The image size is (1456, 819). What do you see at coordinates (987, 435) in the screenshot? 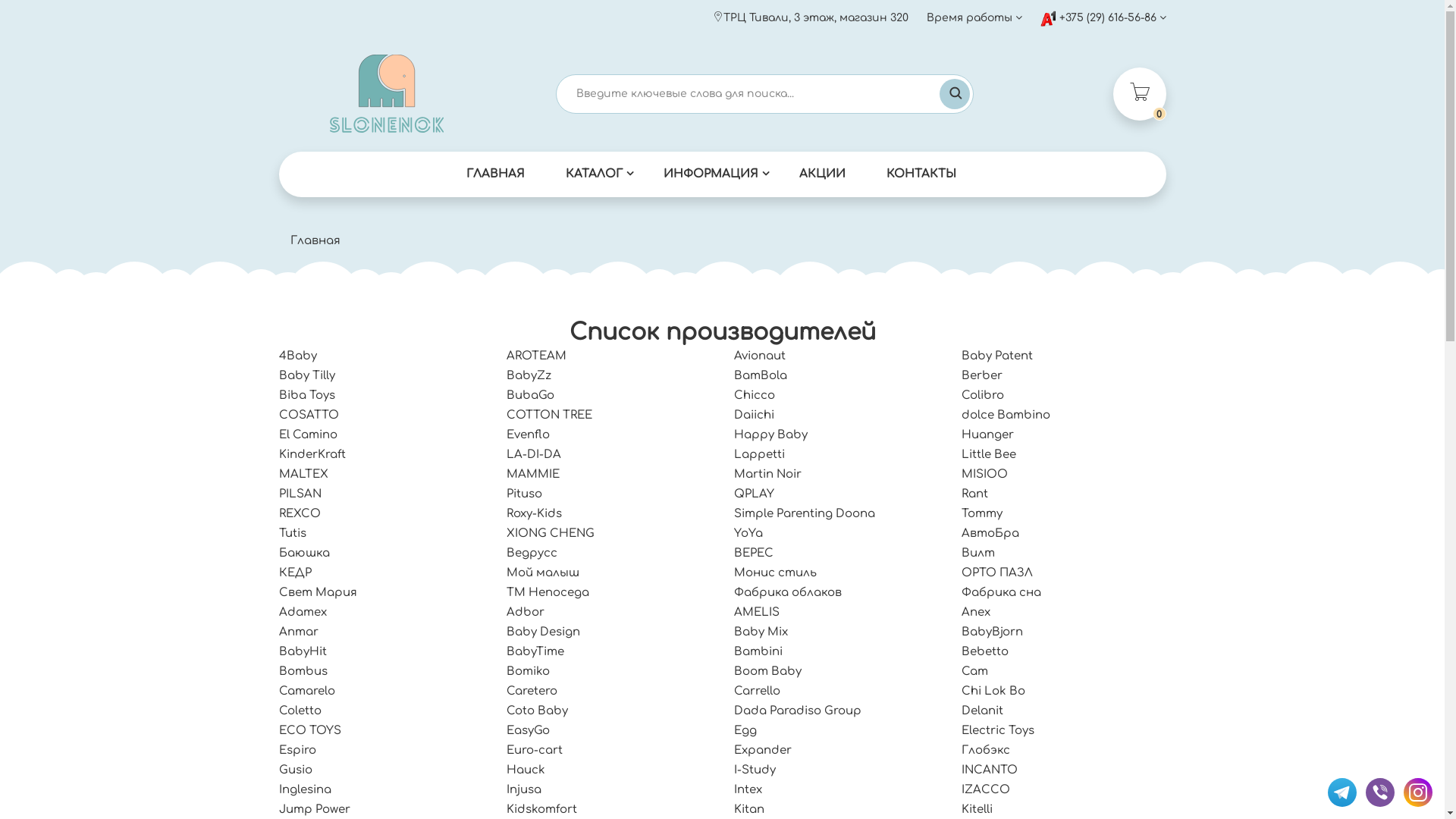
I see `'Huanger'` at bounding box center [987, 435].